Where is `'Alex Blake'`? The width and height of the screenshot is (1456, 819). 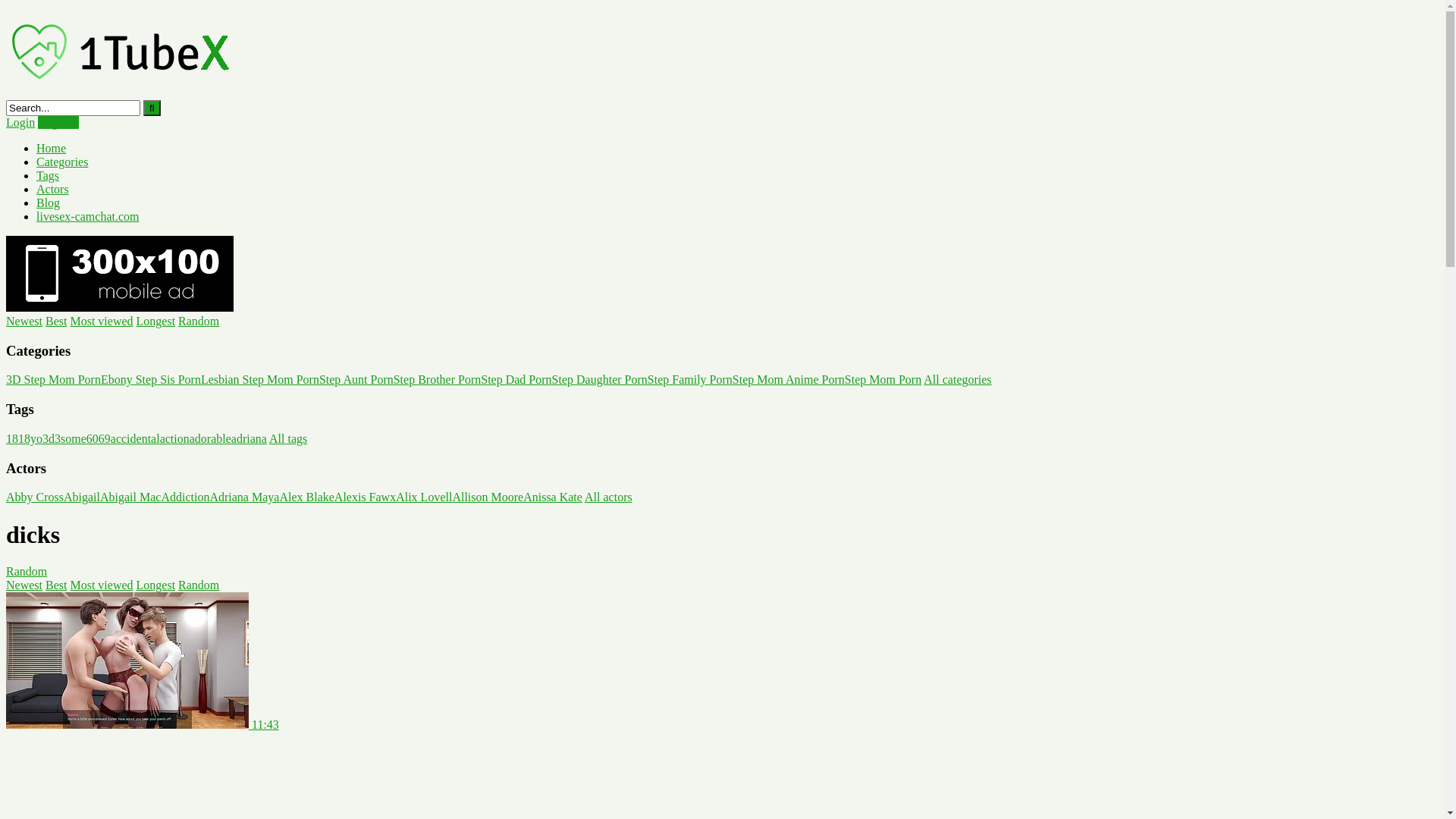 'Alex Blake' is located at coordinates (305, 497).